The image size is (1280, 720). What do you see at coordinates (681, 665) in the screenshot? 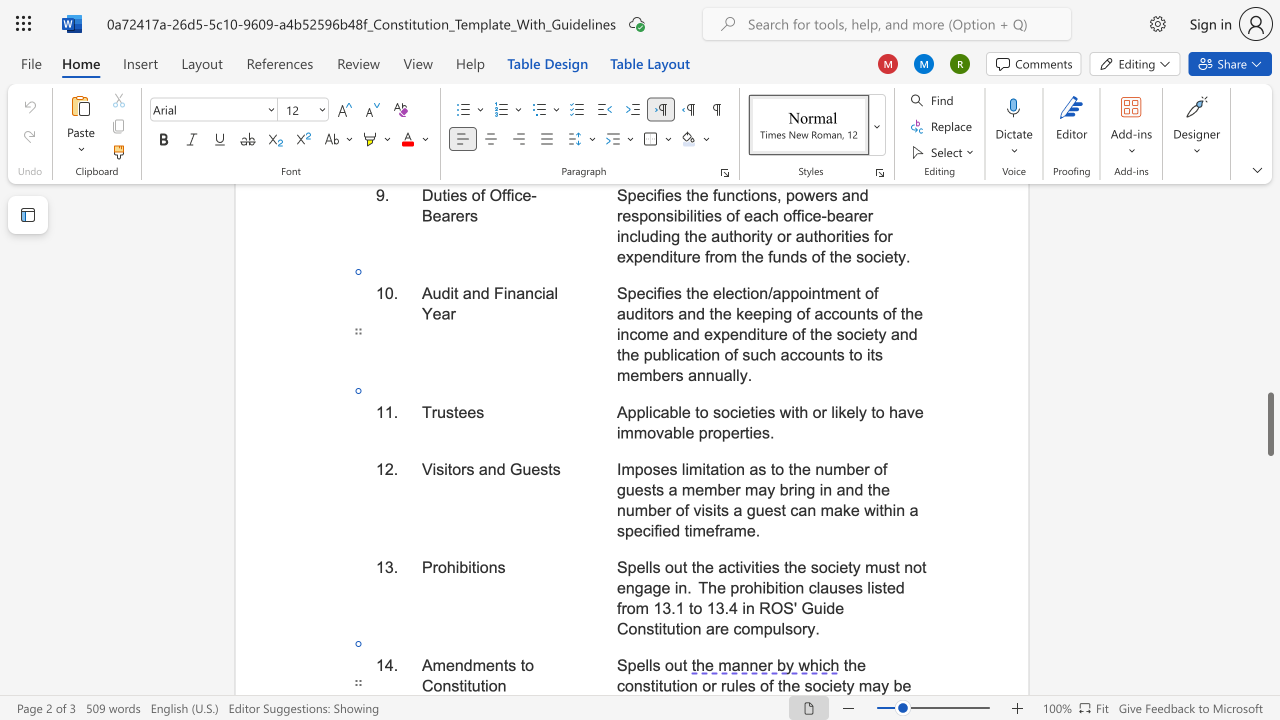
I see `the space between the continuous character "u" and "t" in the text` at bounding box center [681, 665].